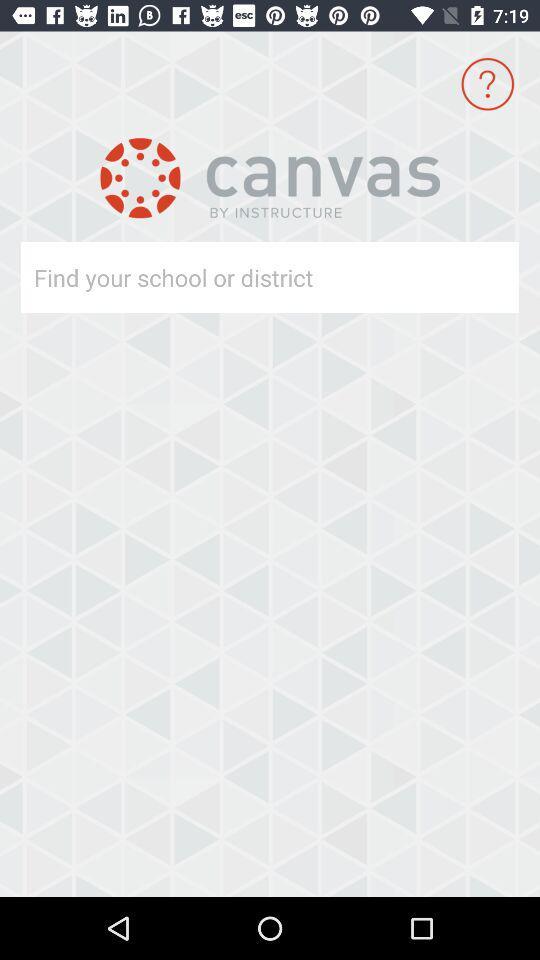 This screenshot has width=540, height=960. Describe the element at coordinates (486, 84) in the screenshot. I see `the help icon` at that location.